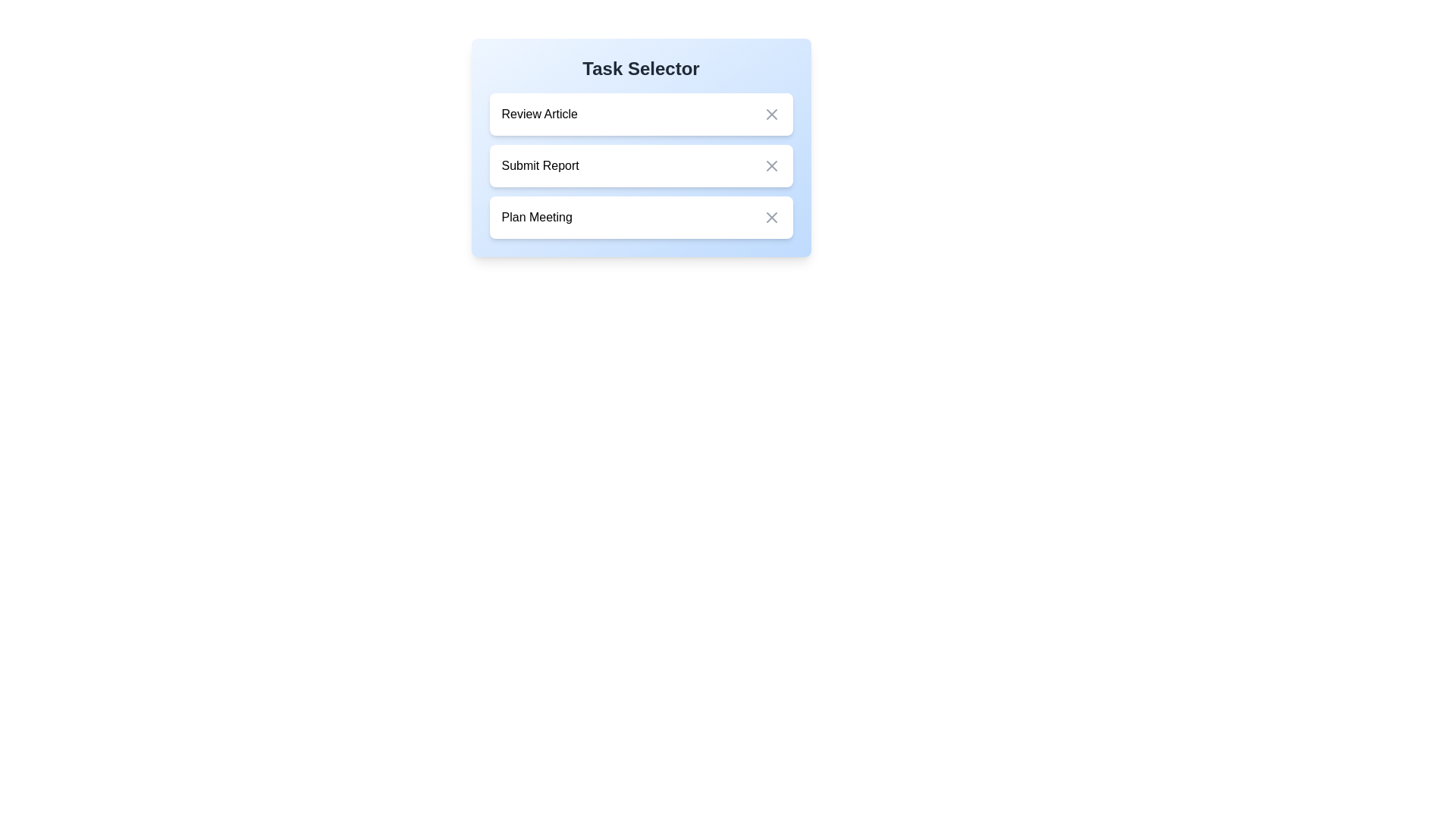 The image size is (1456, 819). I want to click on the diagonal cross icon button located at the right end of the 'Plan Meeting' item in the task list, so click(771, 217).